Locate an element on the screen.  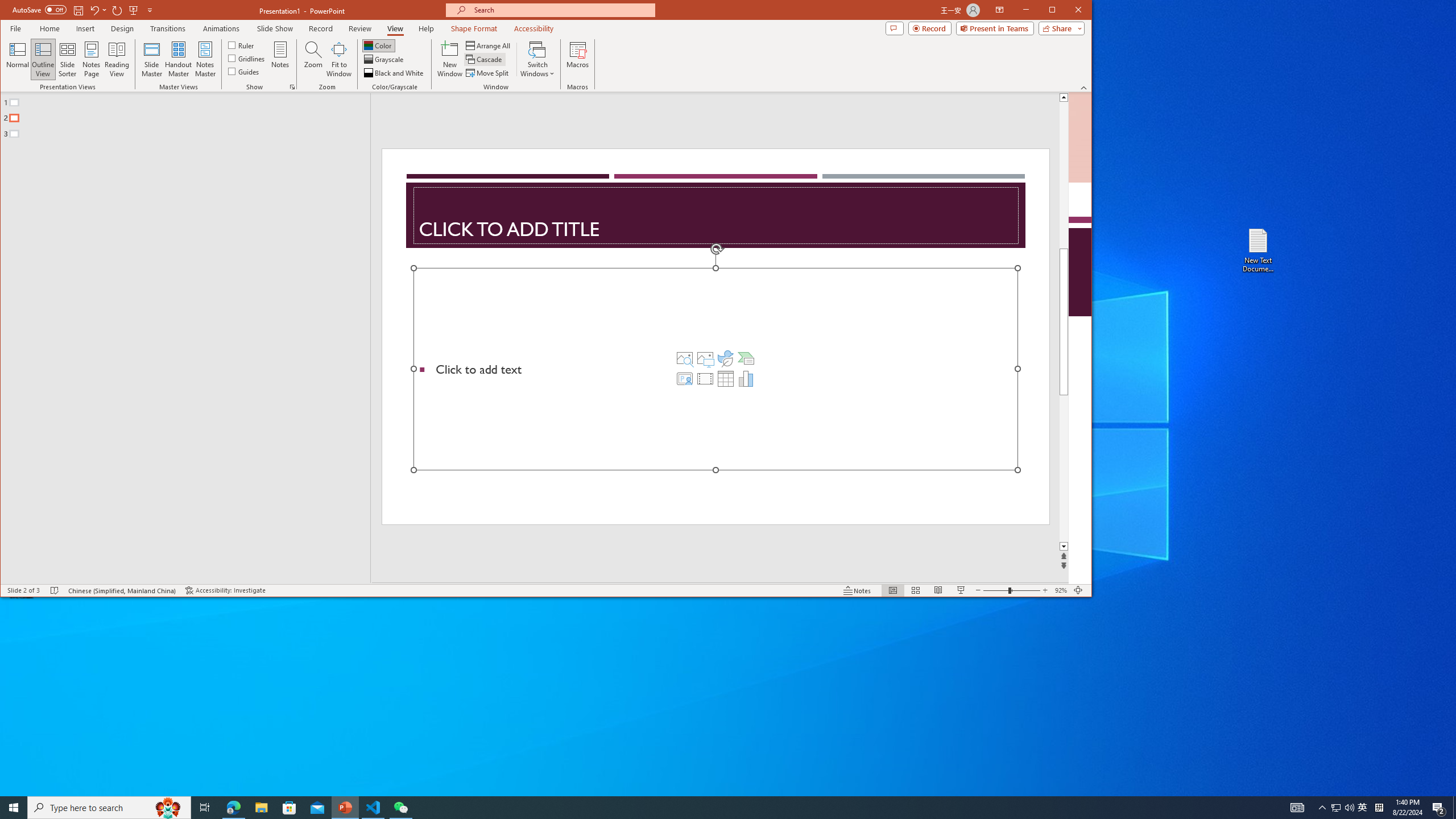
'WeChat - 1 running window' is located at coordinates (401, 806).